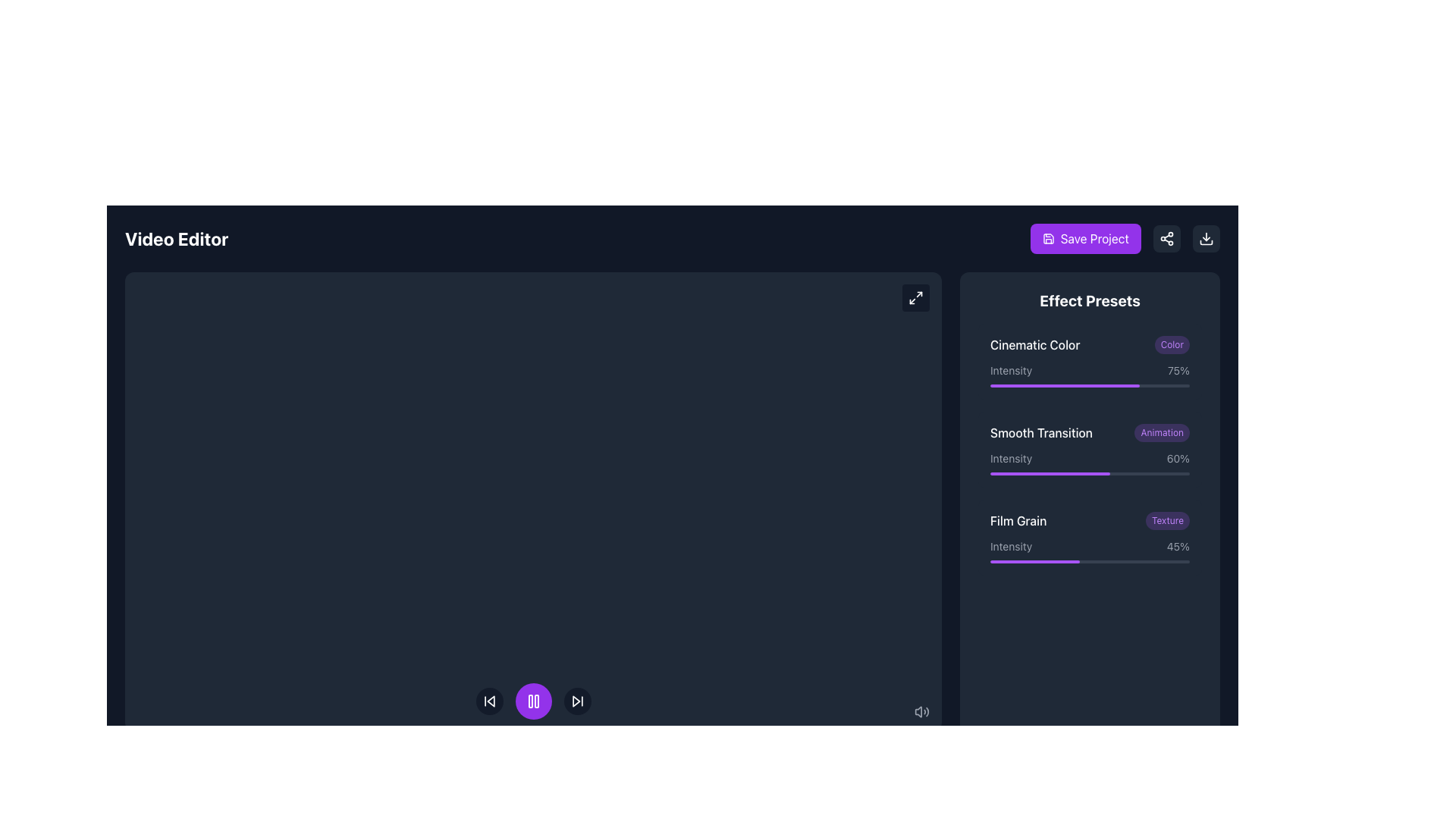 Image resolution: width=1456 pixels, height=819 pixels. I want to click on Cinematic Color Intensity, so click(1137, 385).